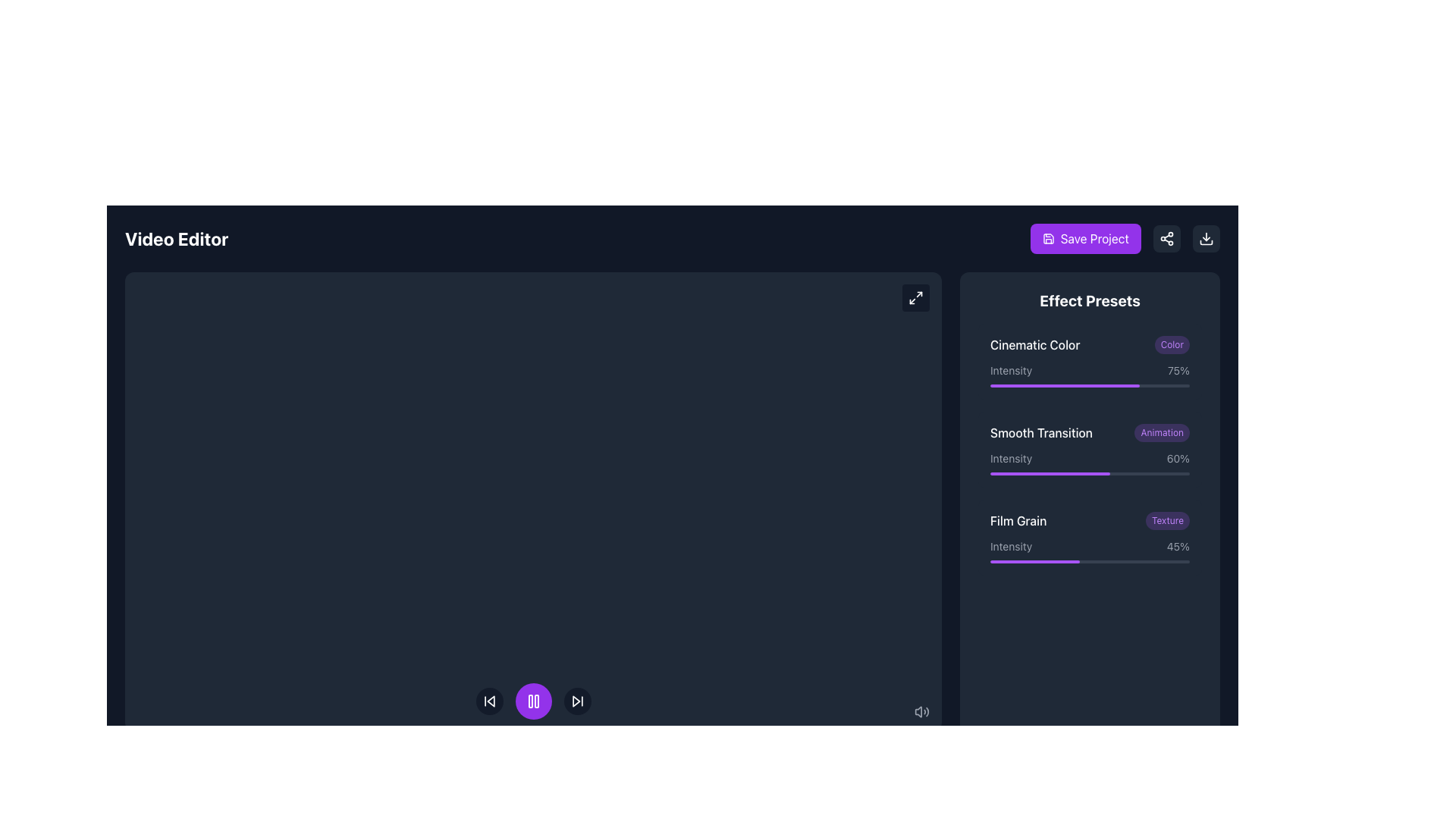 Image resolution: width=1456 pixels, height=819 pixels. I want to click on Cinematic Color Intensity, so click(1137, 385).